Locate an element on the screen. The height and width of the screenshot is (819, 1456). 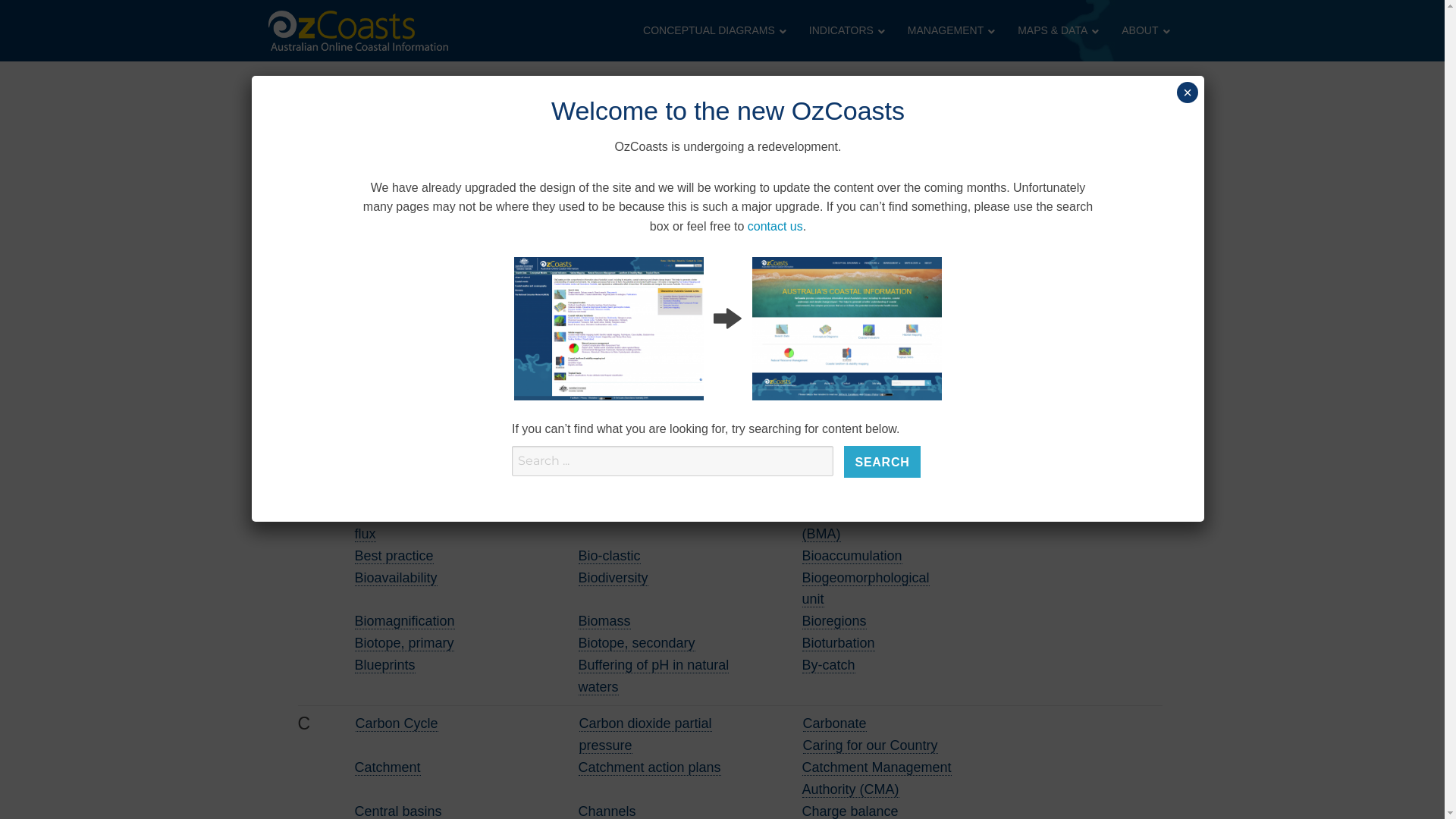
'Carbon dioxide partial pressure' is located at coordinates (578, 733).